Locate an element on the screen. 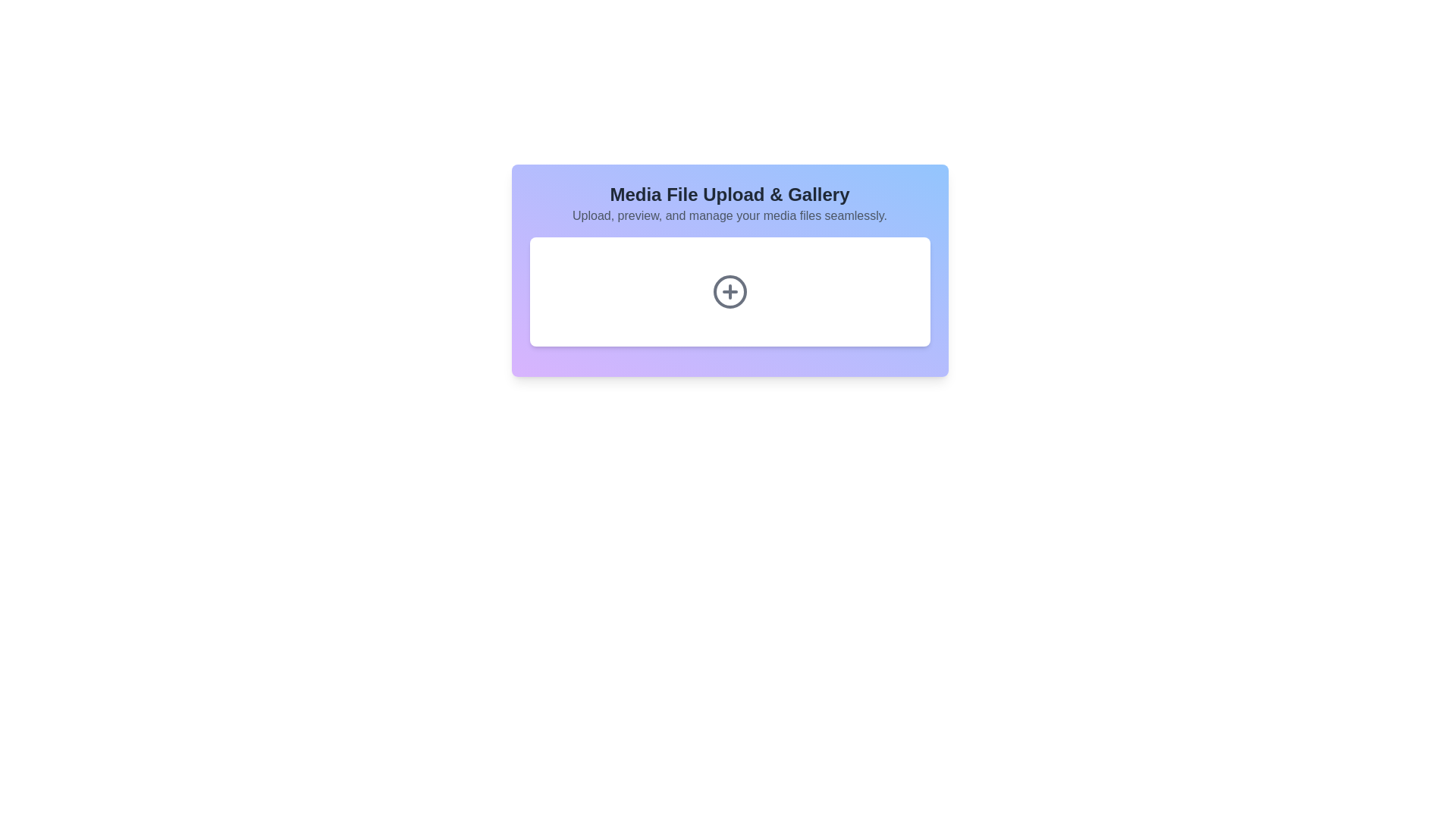 This screenshot has height=819, width=1456. the static text element displaying 'Upload, preview, and manage your media files seamlessly', which is styled with a gray font color and positioned below the title 'Media File Upload & Gallery' is located at coordinates (730, 216).